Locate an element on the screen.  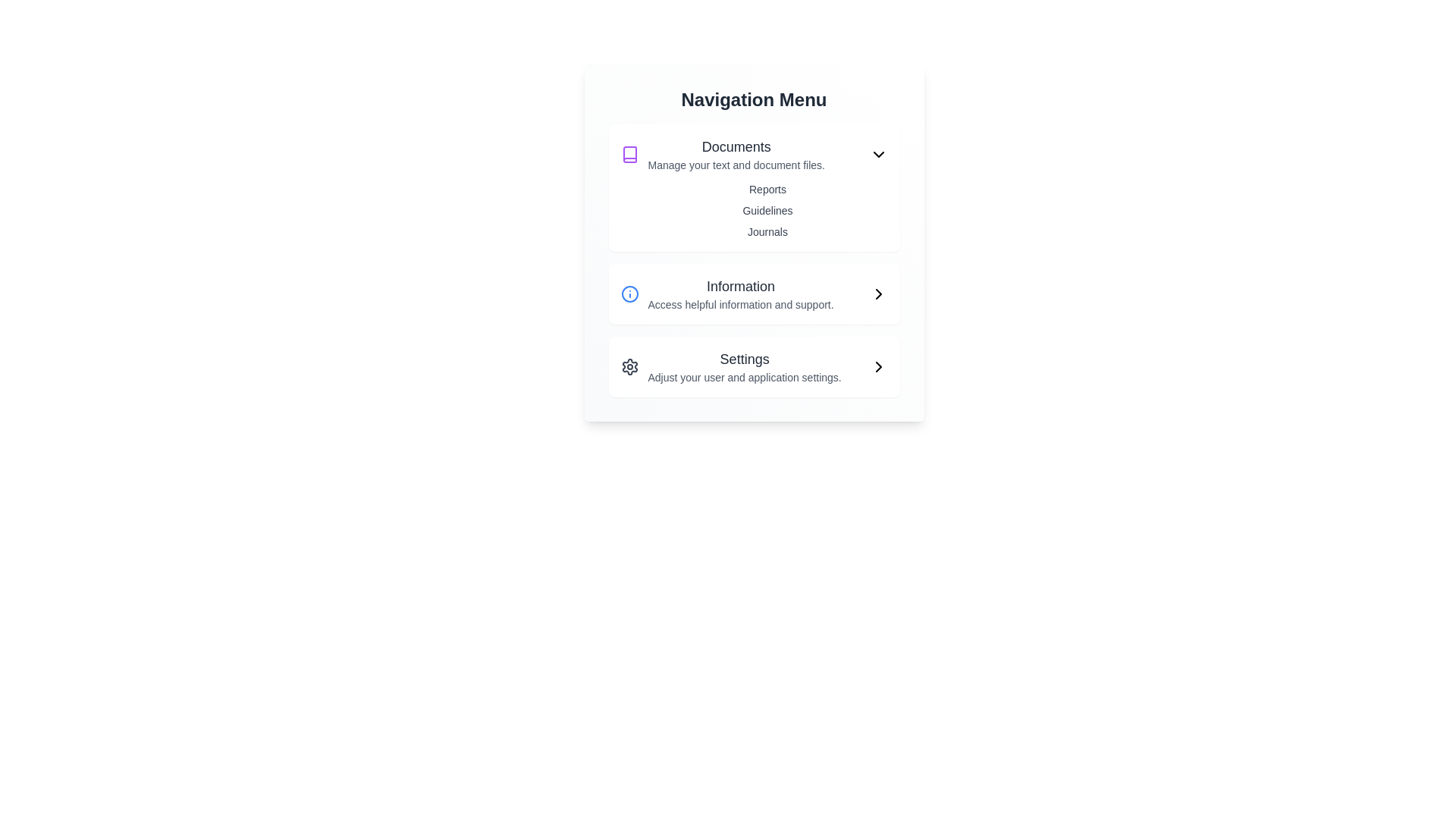
the 'Settings' clickable navigation card located at the bottom of the navigation menu is located at coordinates (754, 366).